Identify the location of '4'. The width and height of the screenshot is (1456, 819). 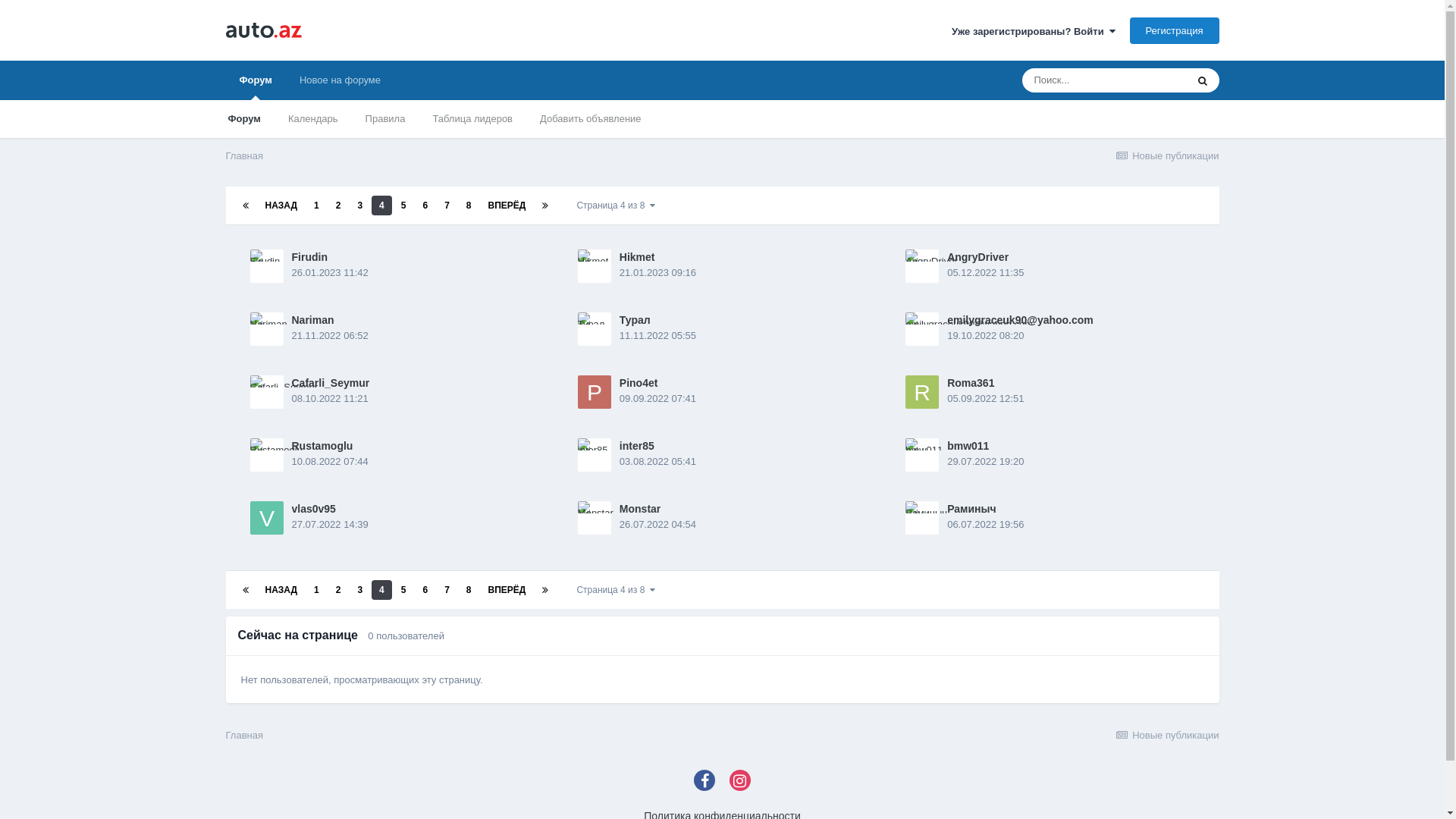
(381, 588).